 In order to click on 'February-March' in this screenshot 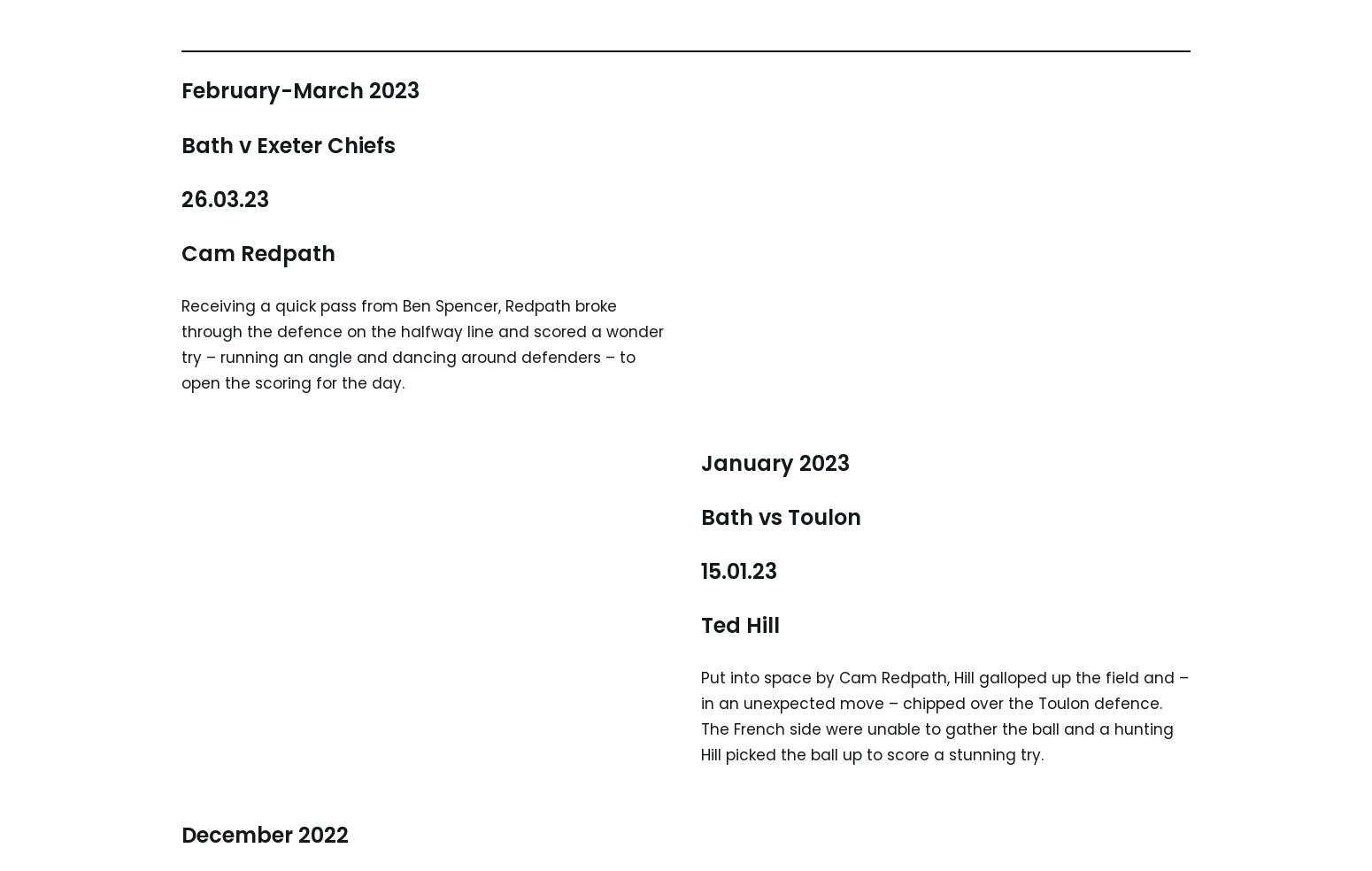, I will do `click(272, 89)`.